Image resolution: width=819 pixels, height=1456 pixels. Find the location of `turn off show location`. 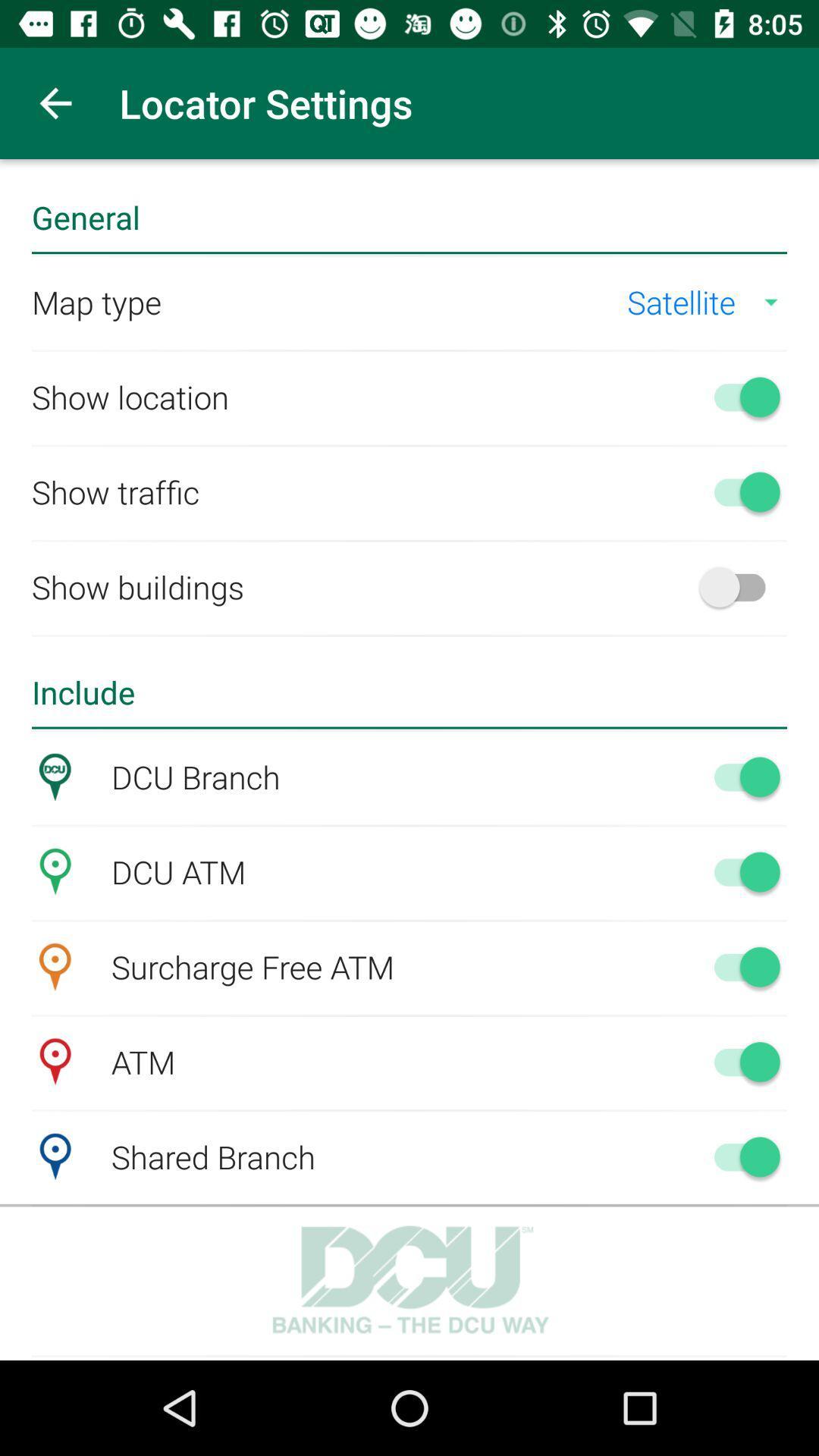

turn off show location is located at coordinates (739, 397).